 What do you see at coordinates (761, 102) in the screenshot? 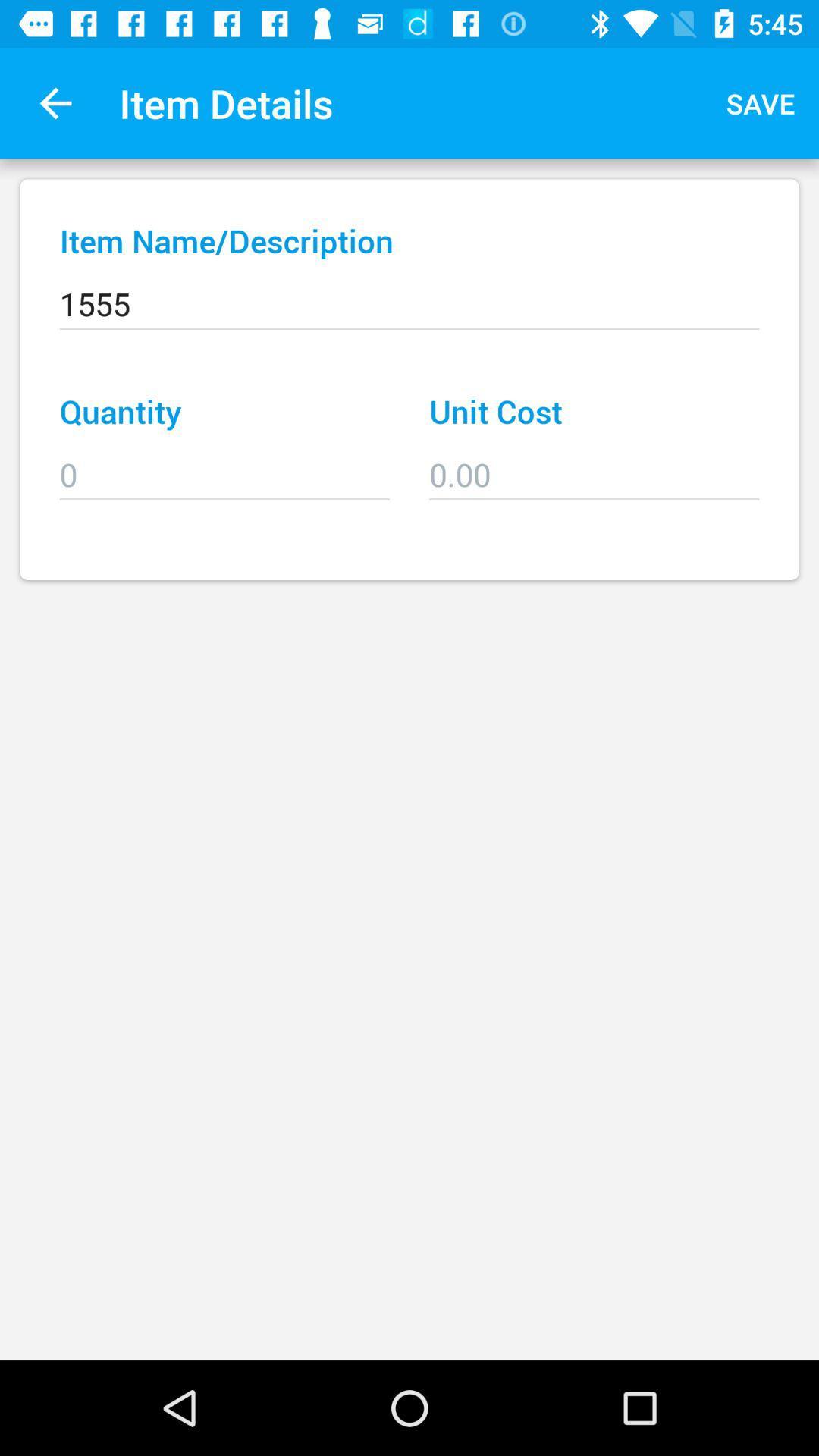
I see `the icon to the right of item details app` at bounding box center [761, 102].